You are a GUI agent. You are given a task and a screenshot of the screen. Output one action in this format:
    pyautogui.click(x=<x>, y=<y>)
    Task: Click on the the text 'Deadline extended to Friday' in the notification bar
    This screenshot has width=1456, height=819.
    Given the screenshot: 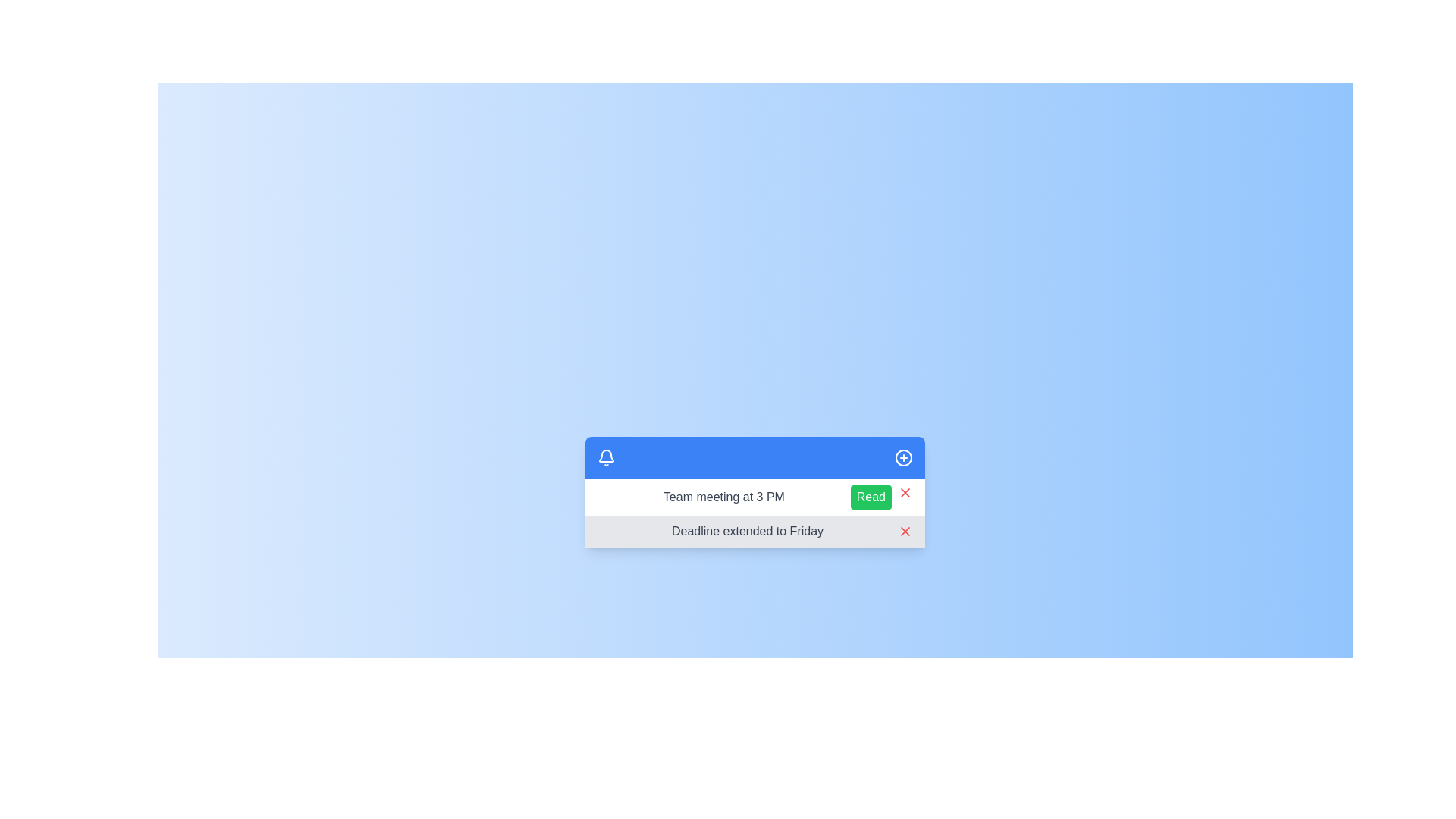 What is the action you would take?
    pyautogui.click(x=755, y=531)
    